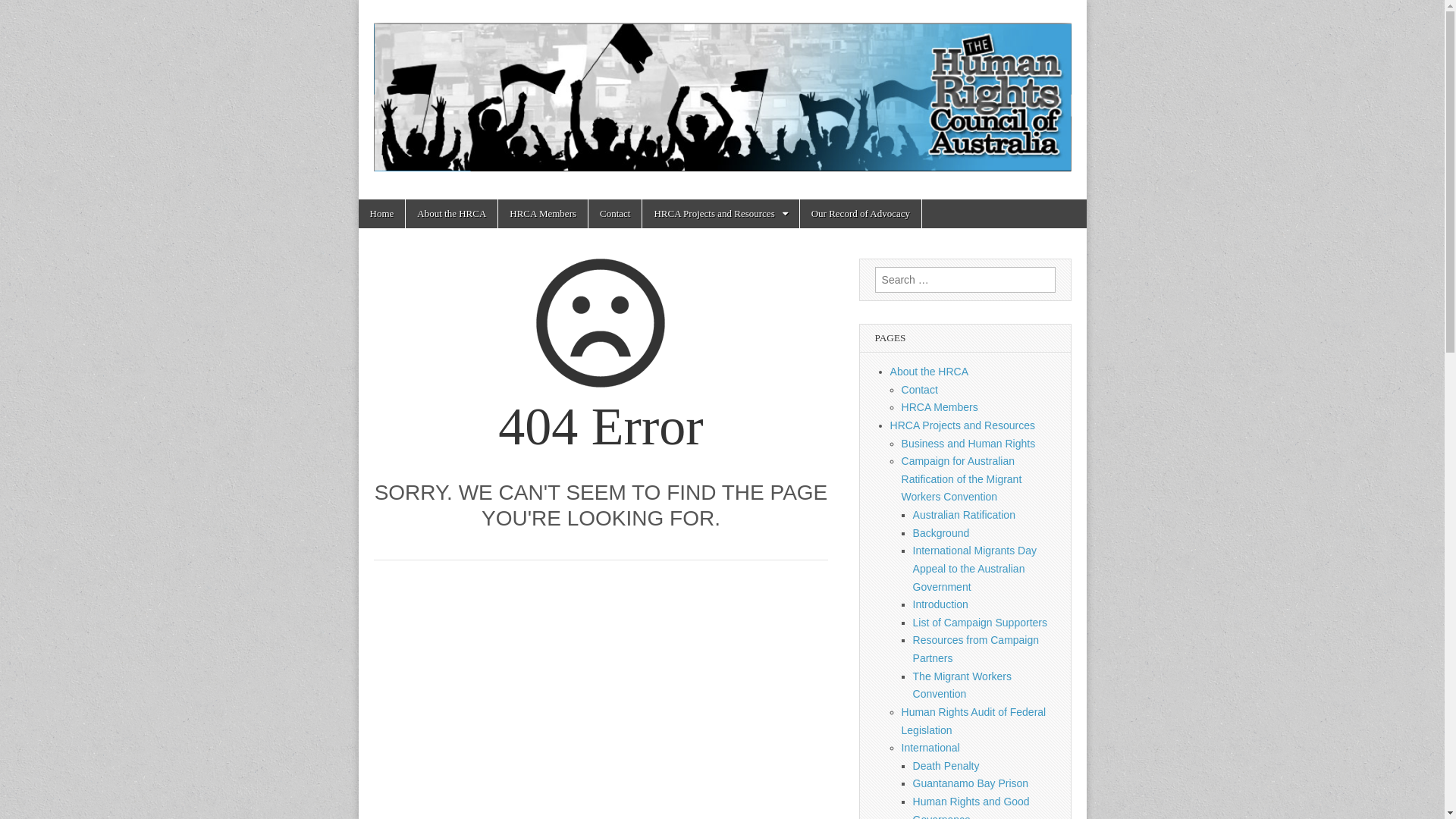  I want to click on 'International', so click(930, 747).